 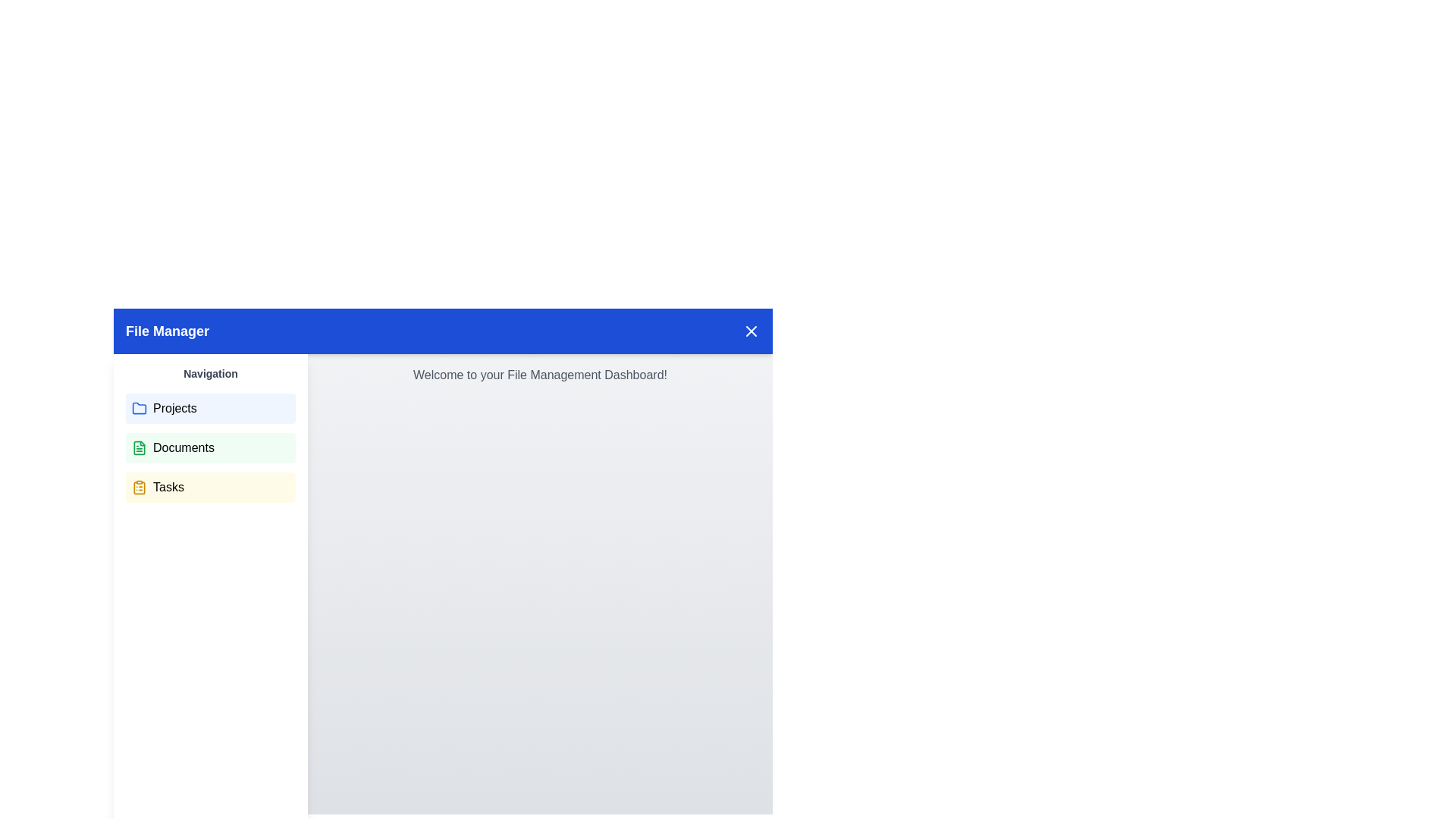 I want to click on the 'Projects' folder icon located in the left navigation panel, so click(x=139, y=406).